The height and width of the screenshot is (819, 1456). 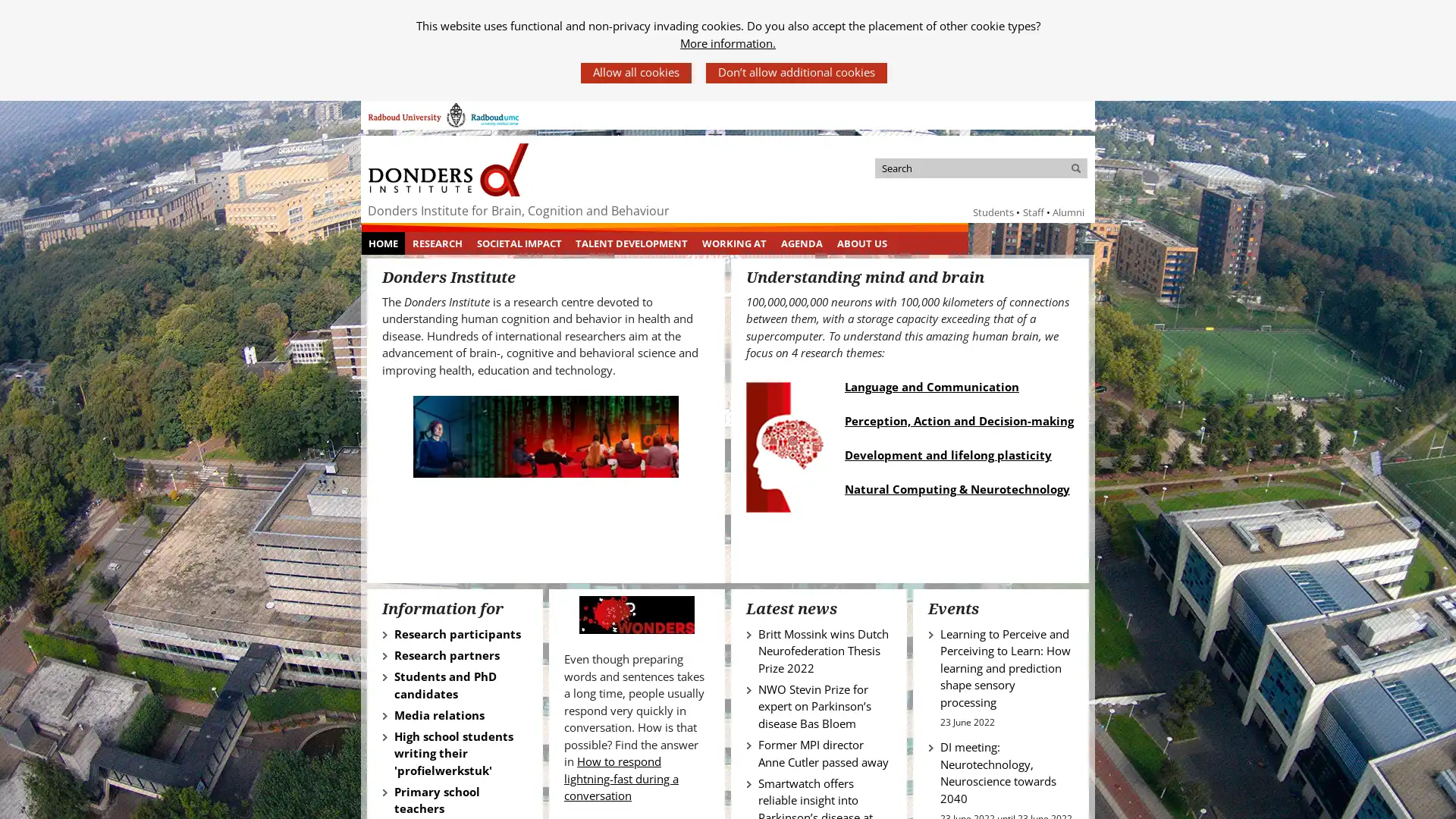 I want to click on Dont allow additional cookies, so click(x=795, y=73).